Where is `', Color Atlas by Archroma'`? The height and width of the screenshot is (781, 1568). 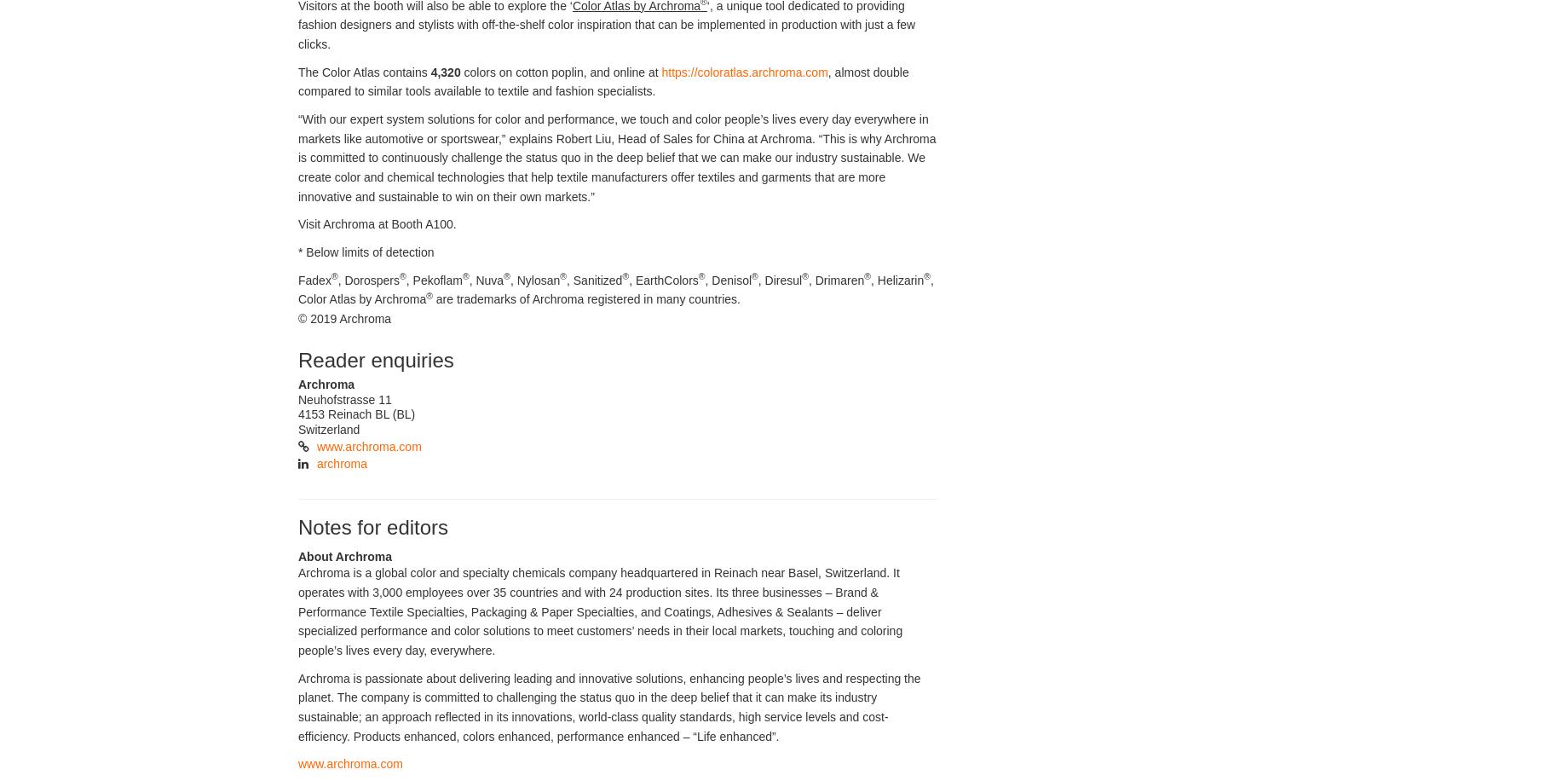
', Color Atlas by Archroma' is located at coordinates (615, 288).